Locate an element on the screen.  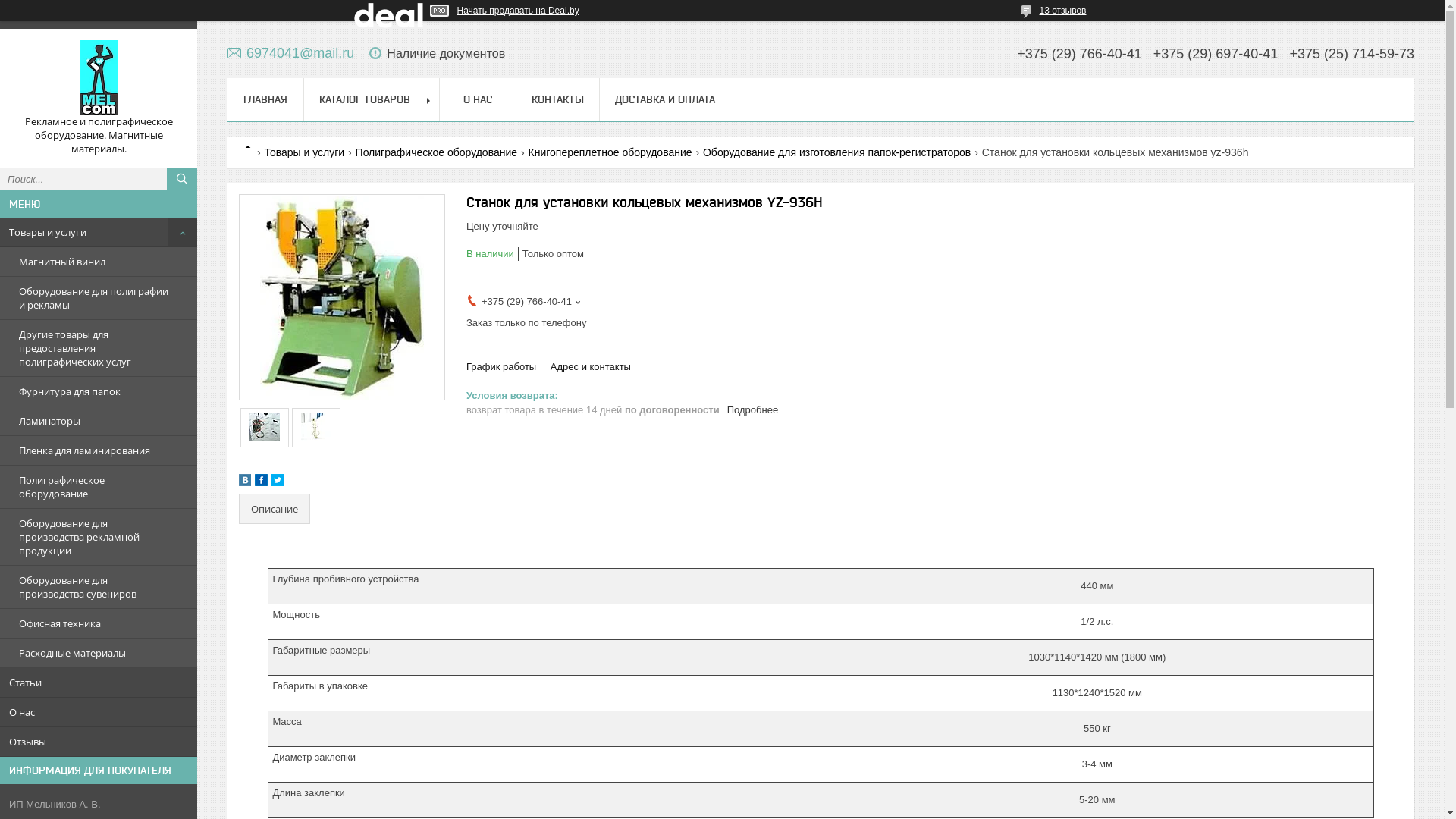
'twitter' is located at coordinates (278, 482).